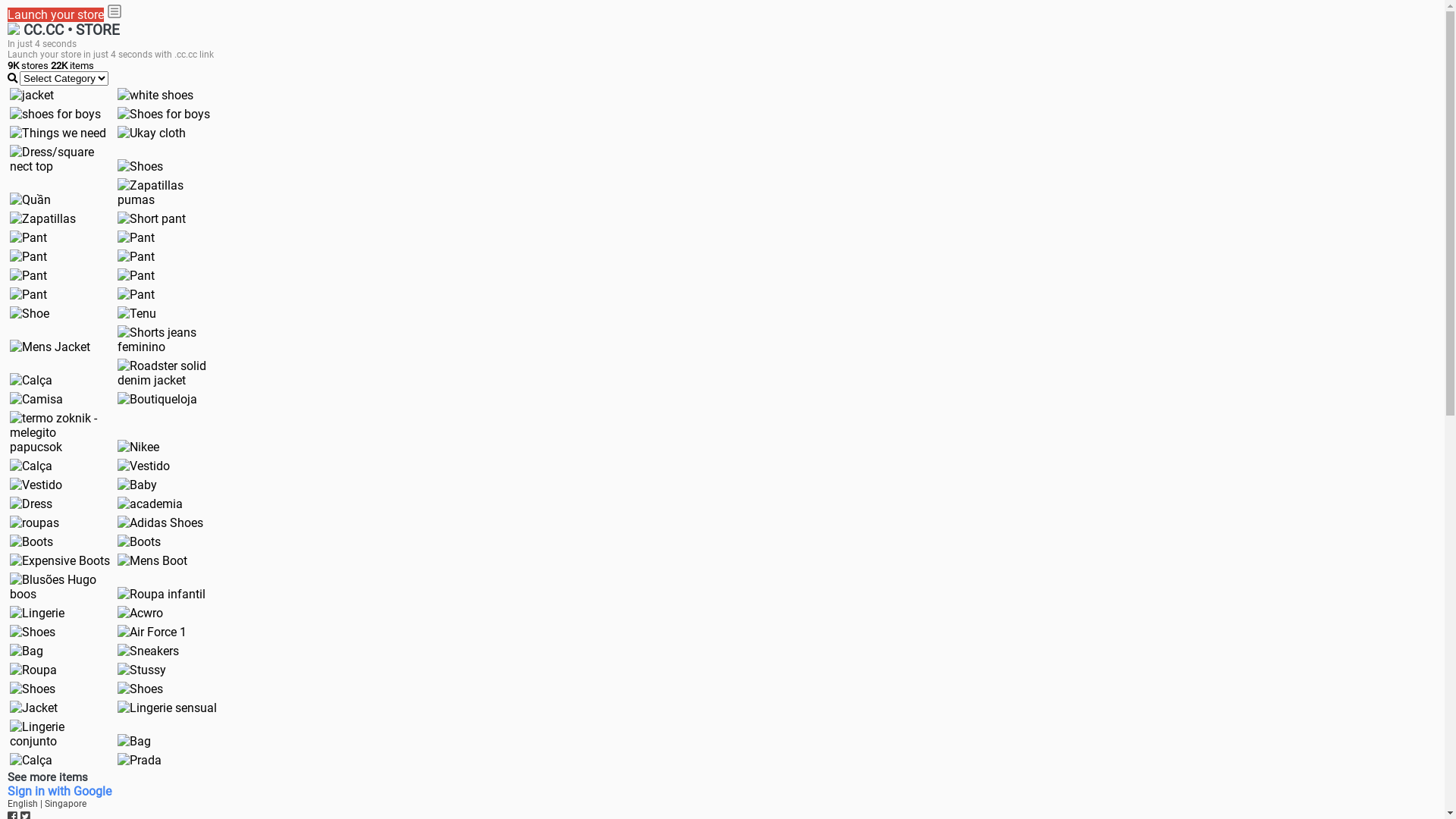  I want to click on 'Acwro', so click(140, 612).